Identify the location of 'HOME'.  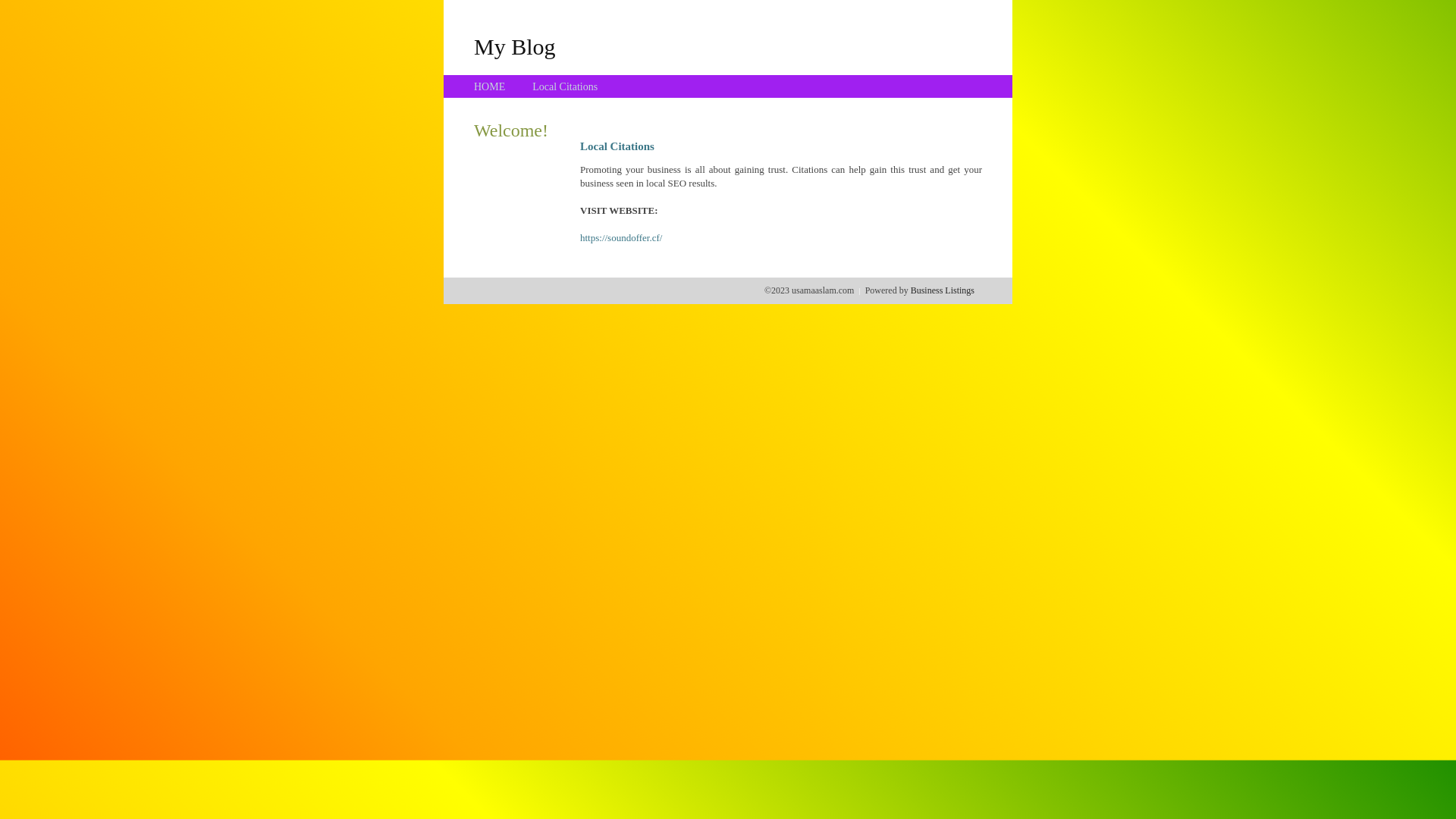
(472, 86).